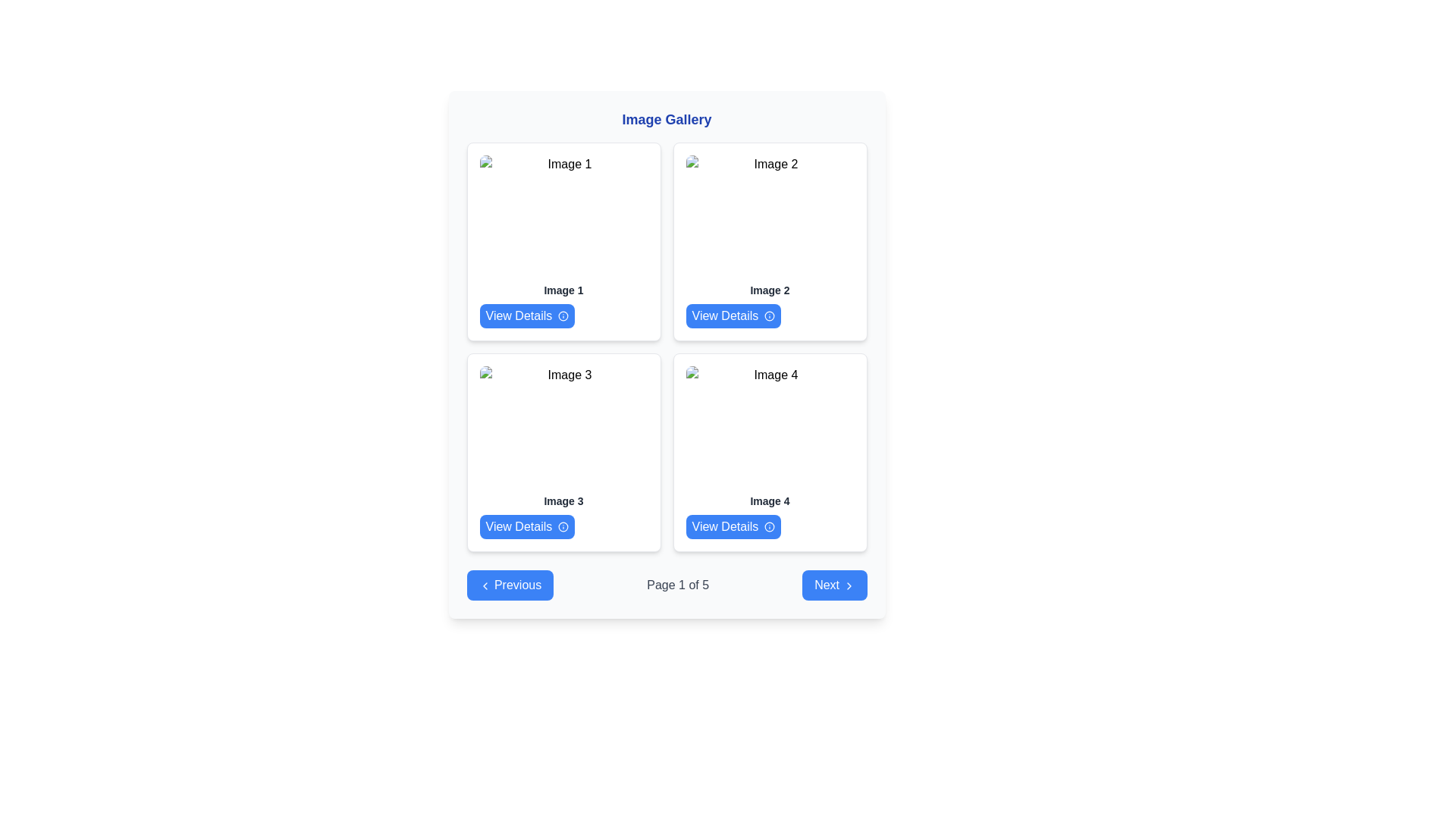 The width and height of the screenshot is (1456, 819). Describe the element at coordinates (527, 315) in the screenshot. I see `the 'View Details' button with a blue background and white text, located at the bottom of the first card in the grid layout, to change its appearance` at that location.